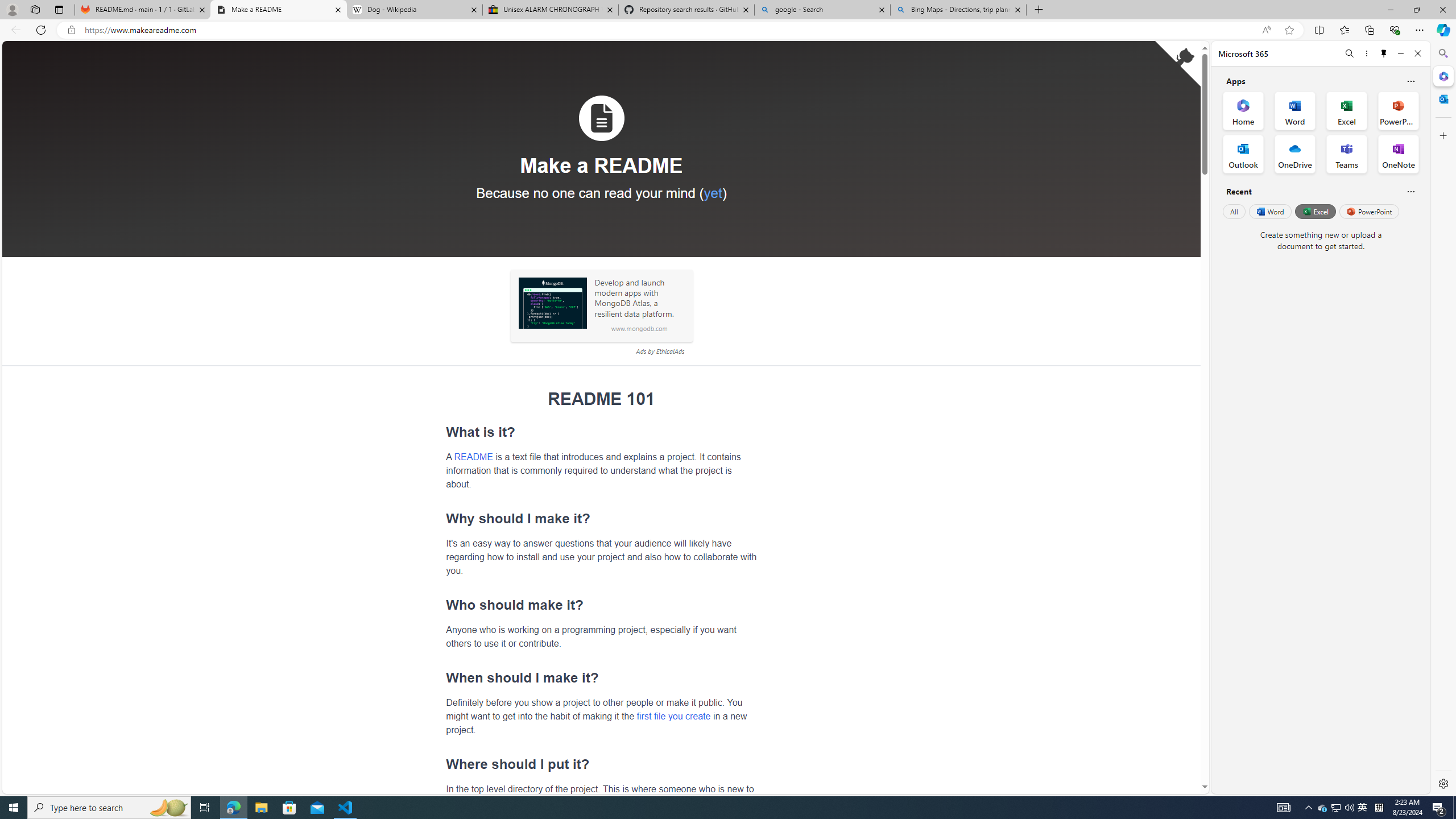  What do you see at coordinates (473, 456) in the screenshot?
I see `'README'` at bounding box center [473, 456].